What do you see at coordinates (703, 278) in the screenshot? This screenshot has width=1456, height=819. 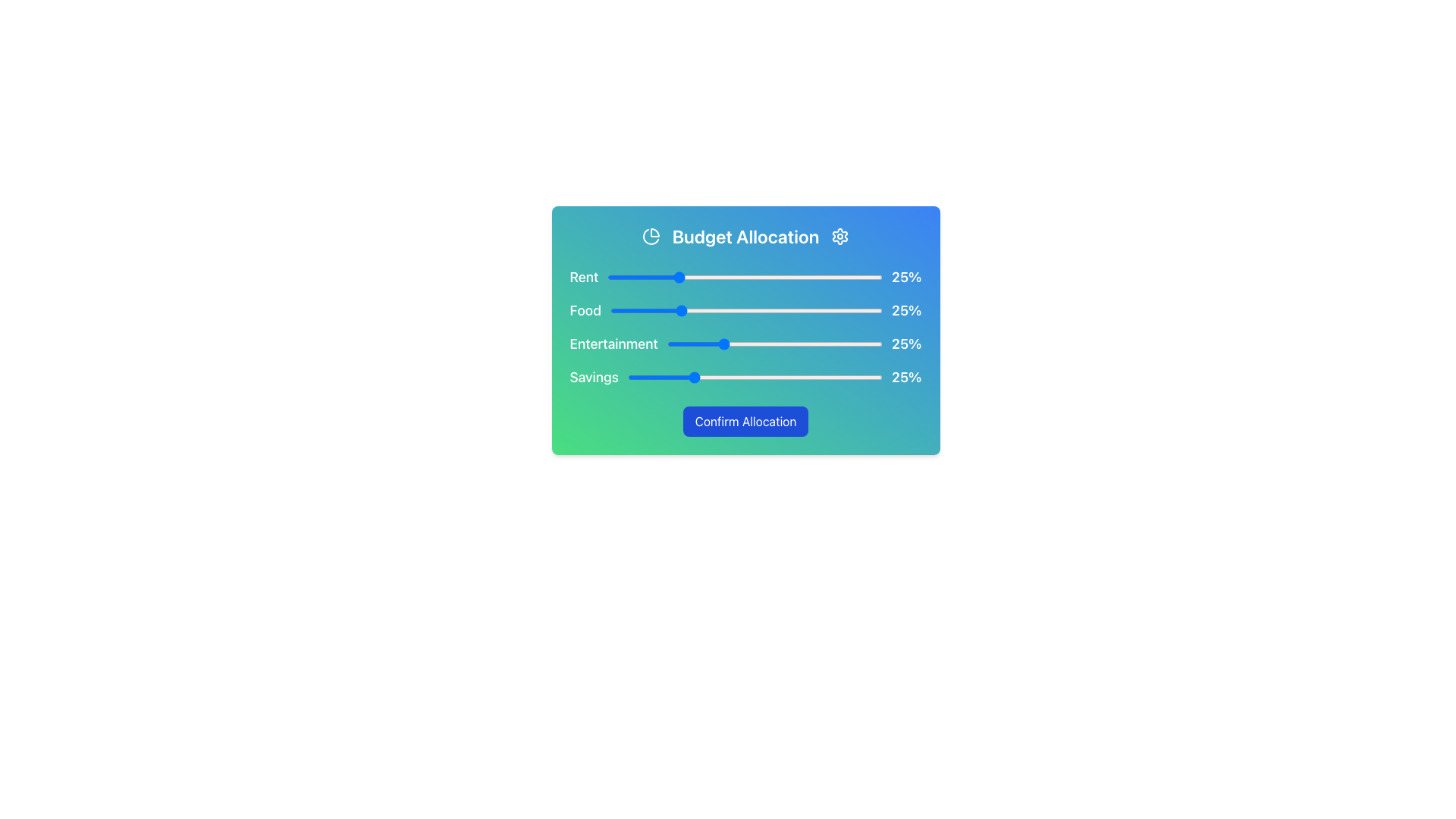 I see `the 'Rent' allocation slider` at bounding box center [703, 278].